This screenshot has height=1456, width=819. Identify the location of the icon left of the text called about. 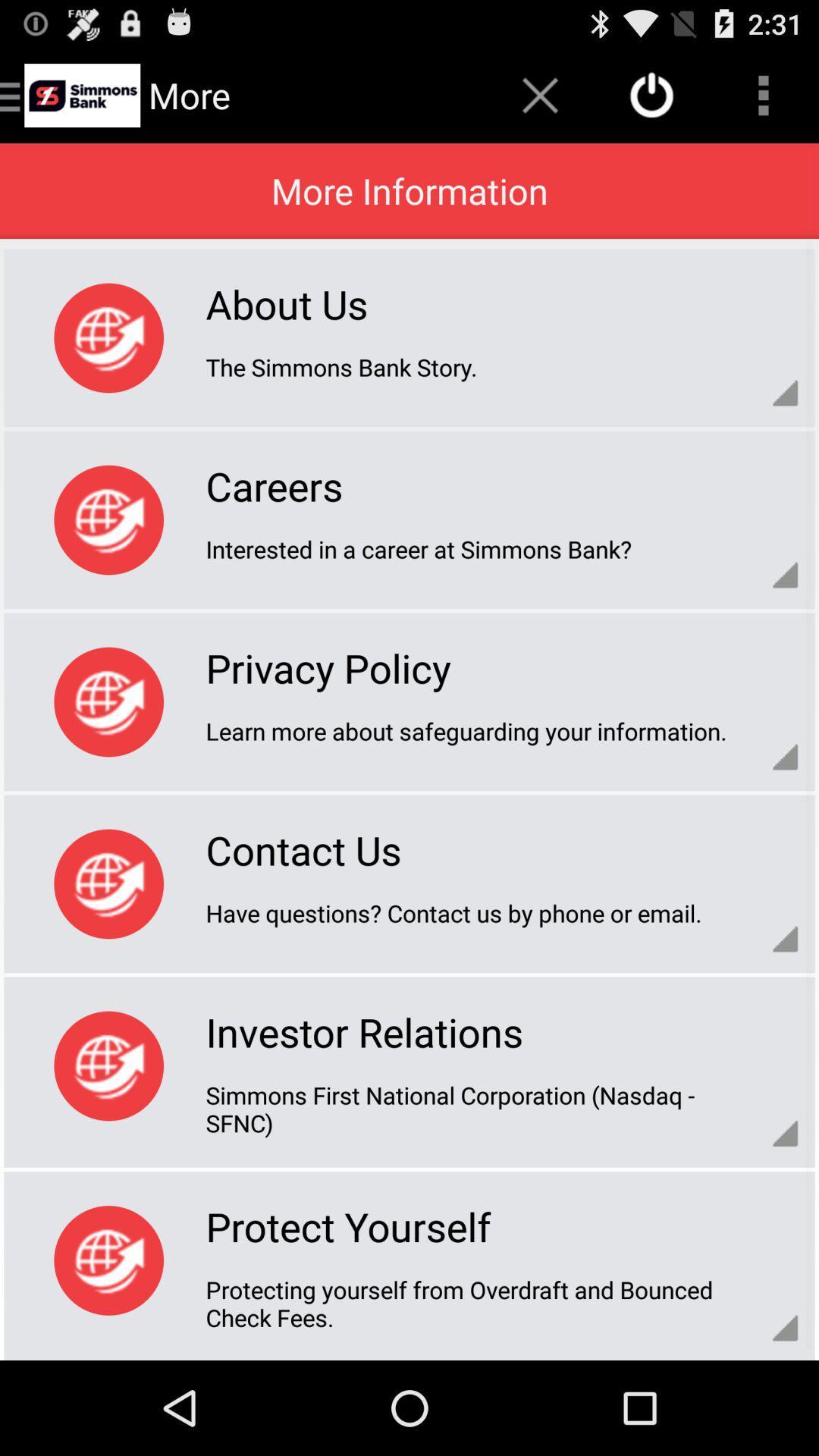
(108, 337).